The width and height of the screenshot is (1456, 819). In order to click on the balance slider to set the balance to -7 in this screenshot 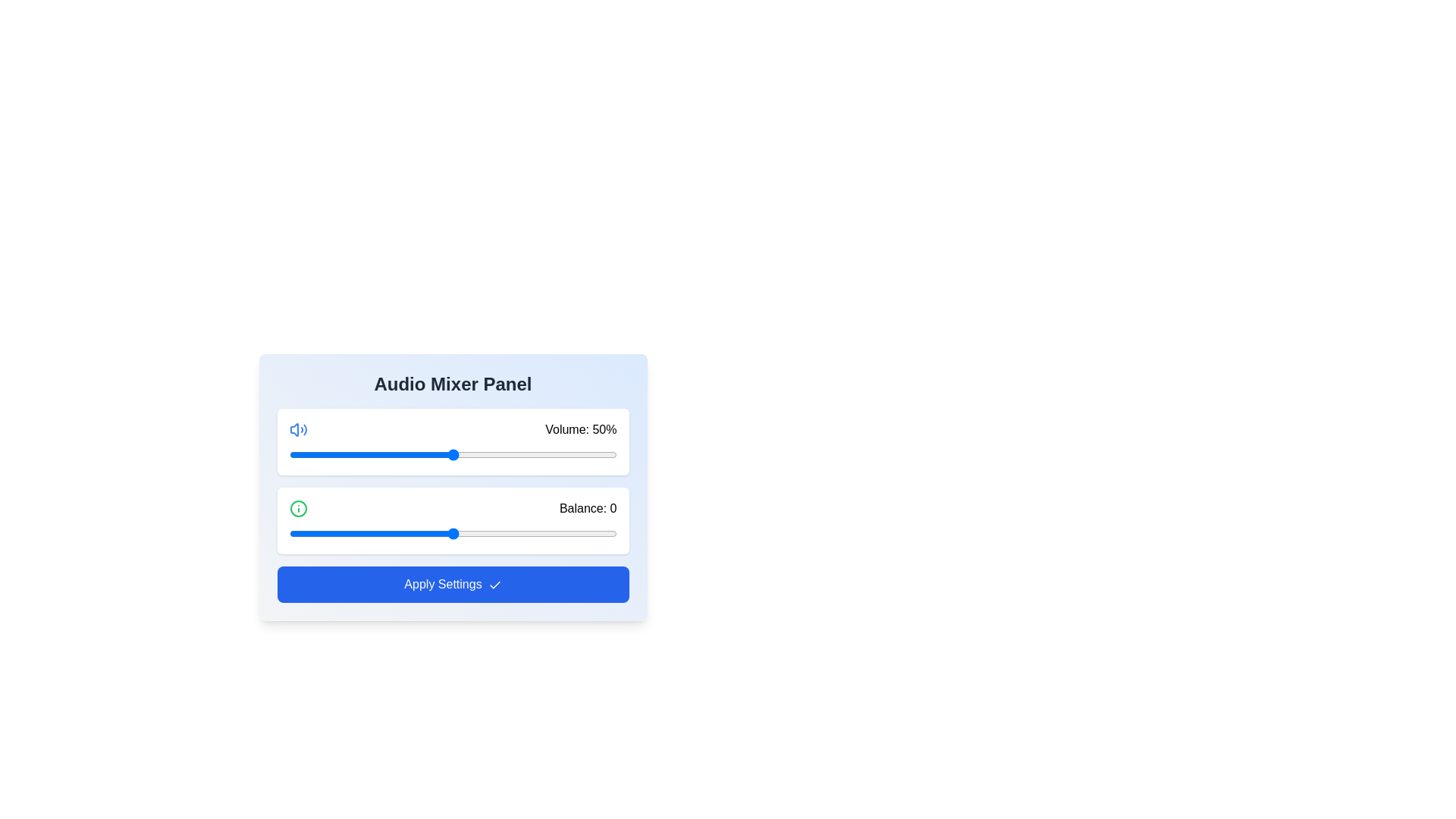, I will do `click(429, 533)`.